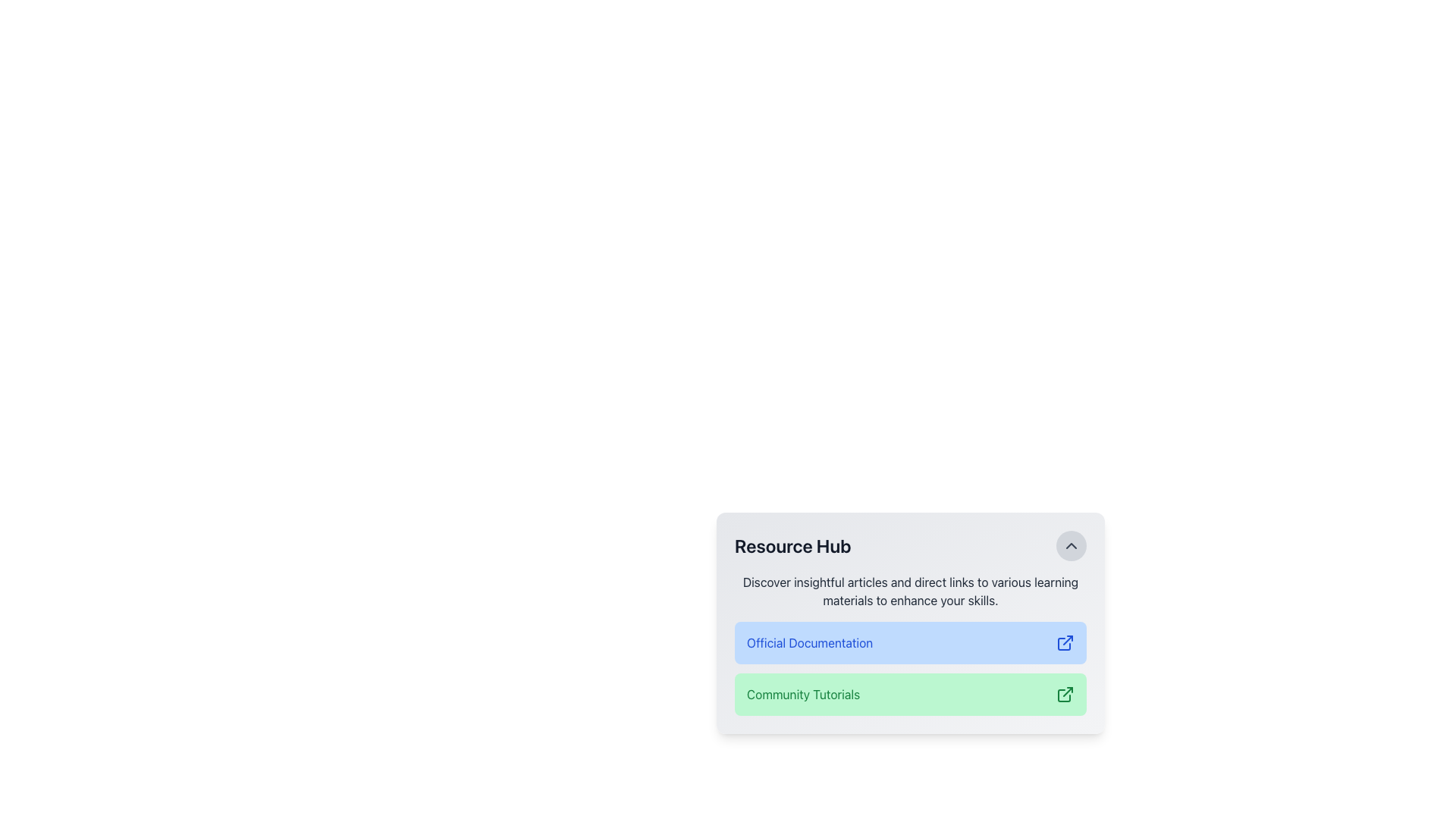 The image size is (1456, 819). Describe the element at coordinates (910, 623) in the screenshot. I see `the buttons in the documentation and tutorials section` at that location.